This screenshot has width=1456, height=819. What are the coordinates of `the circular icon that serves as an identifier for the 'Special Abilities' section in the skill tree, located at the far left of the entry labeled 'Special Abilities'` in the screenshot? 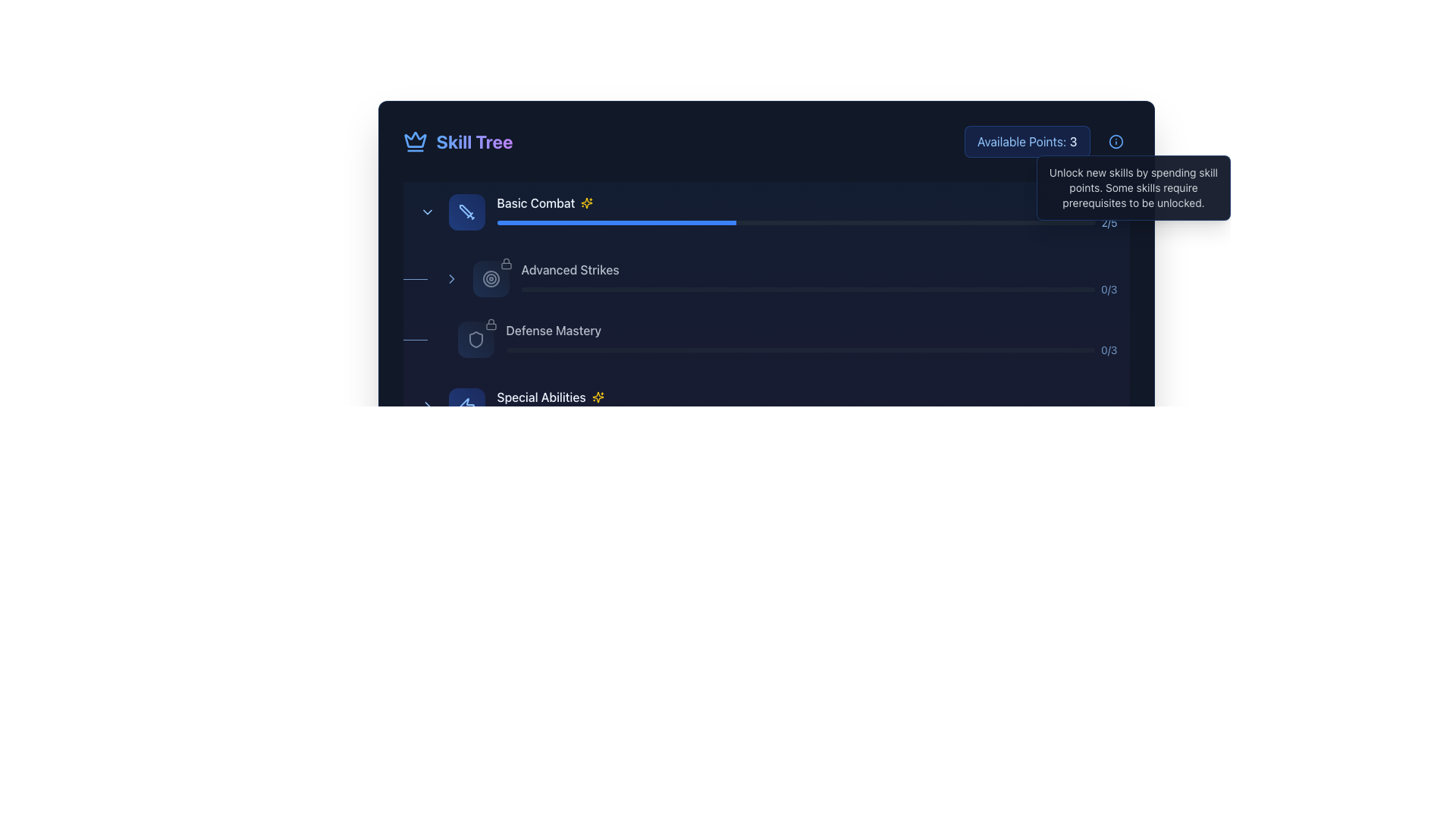 It's located at (466, 406).